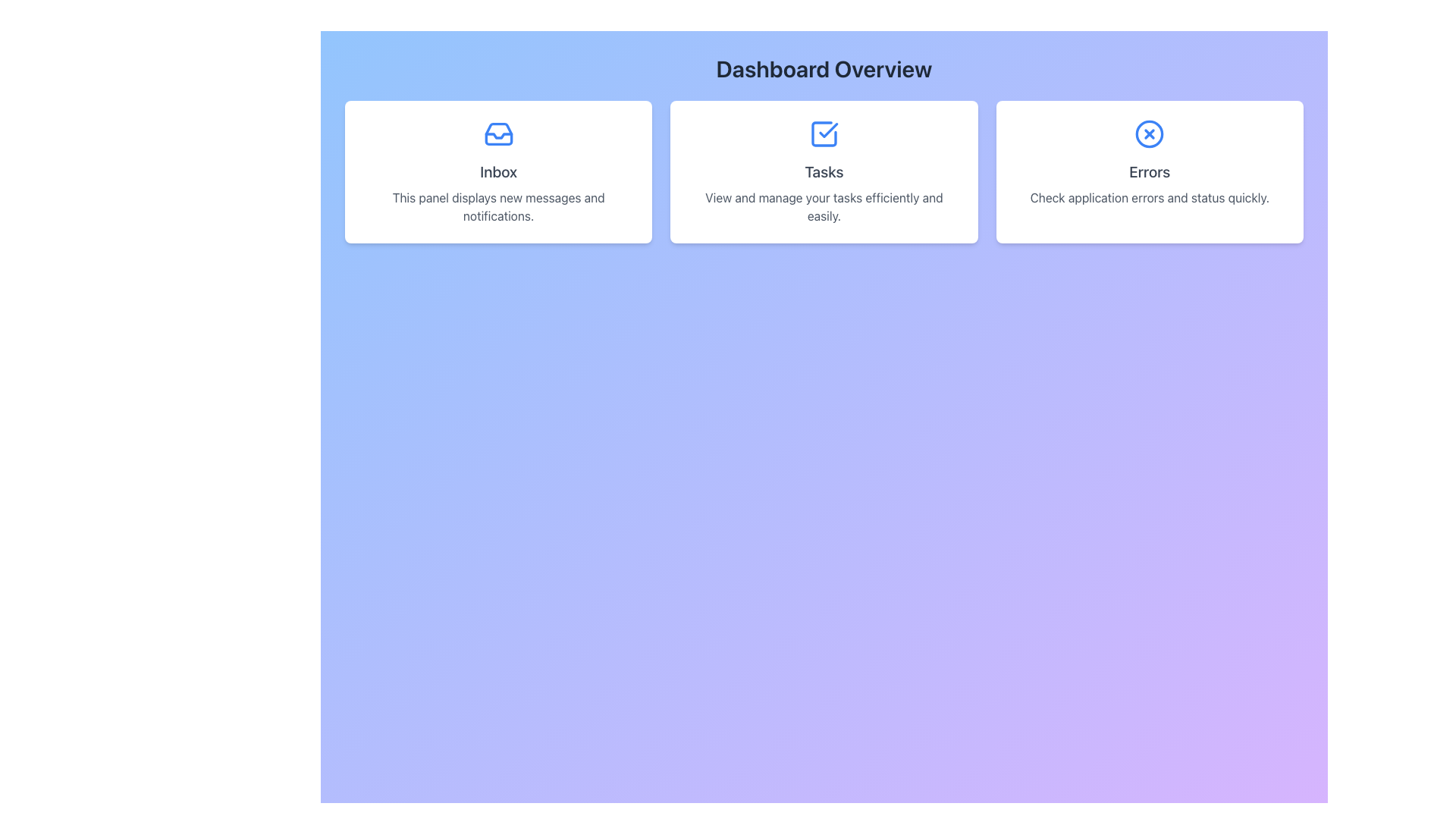 The height and width of the screenshot is (819, 1456). I want to click on the 'Errors' informational card located in the Dashboard Overview section, so click(1150, 171).